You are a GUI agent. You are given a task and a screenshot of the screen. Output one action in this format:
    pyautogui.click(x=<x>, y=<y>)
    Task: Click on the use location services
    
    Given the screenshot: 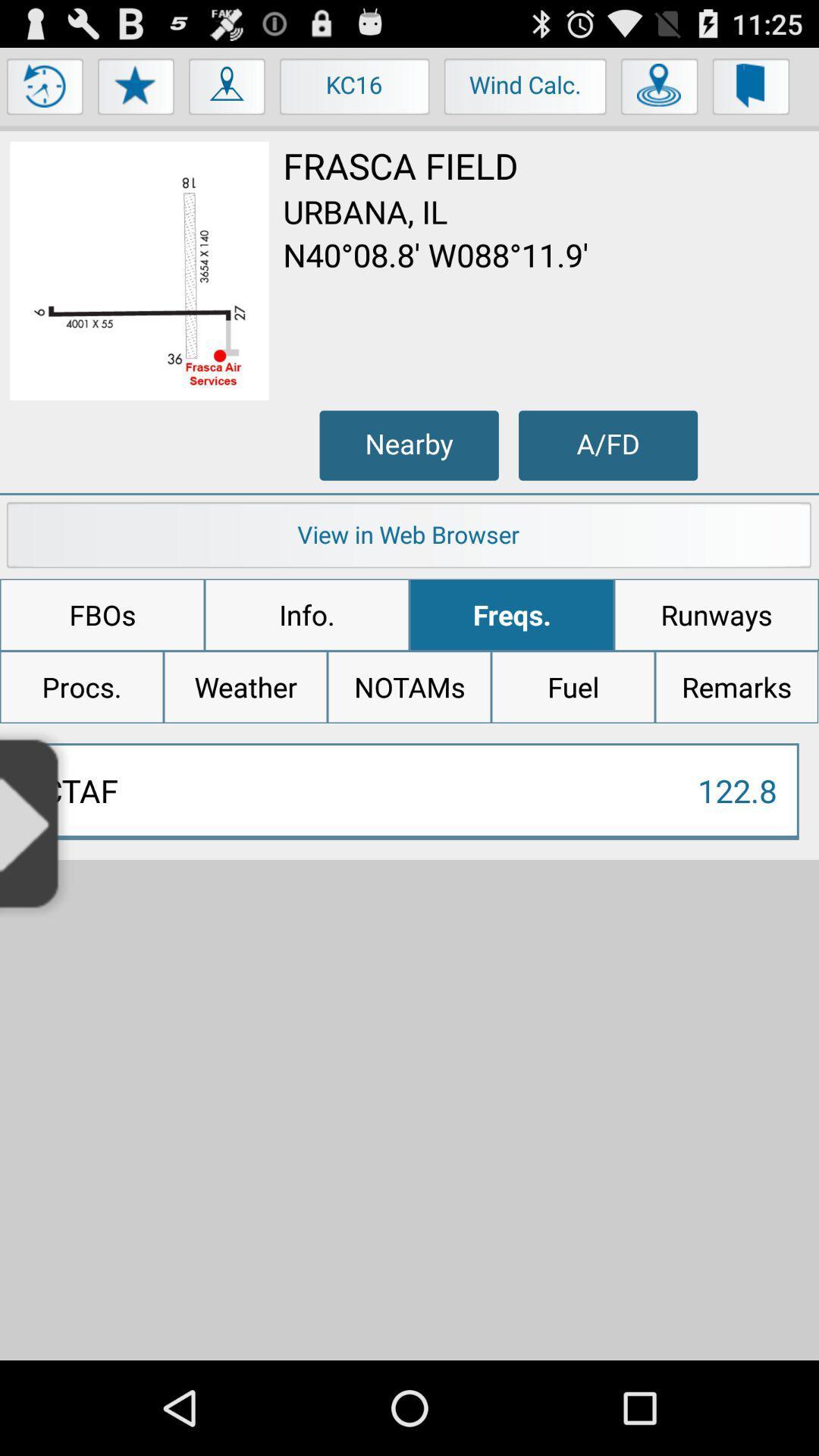 What is the action you would take?
    pyautogui.click(x=659, y=89)
    